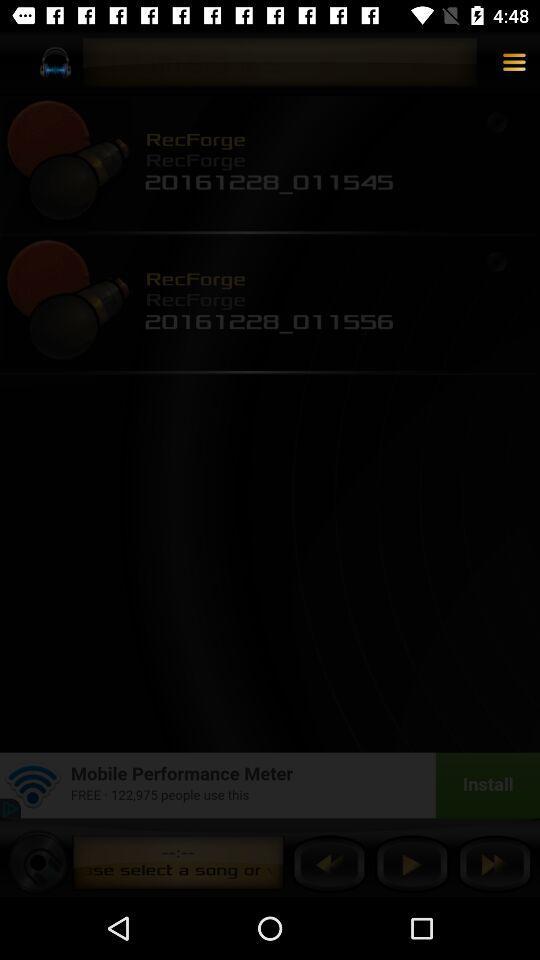 This screenshot has width=540, height=960. What do you see at coordinates (329, 863) in the screenshot?
I see `the backward button on the web page` at bounding box center [329, 863].